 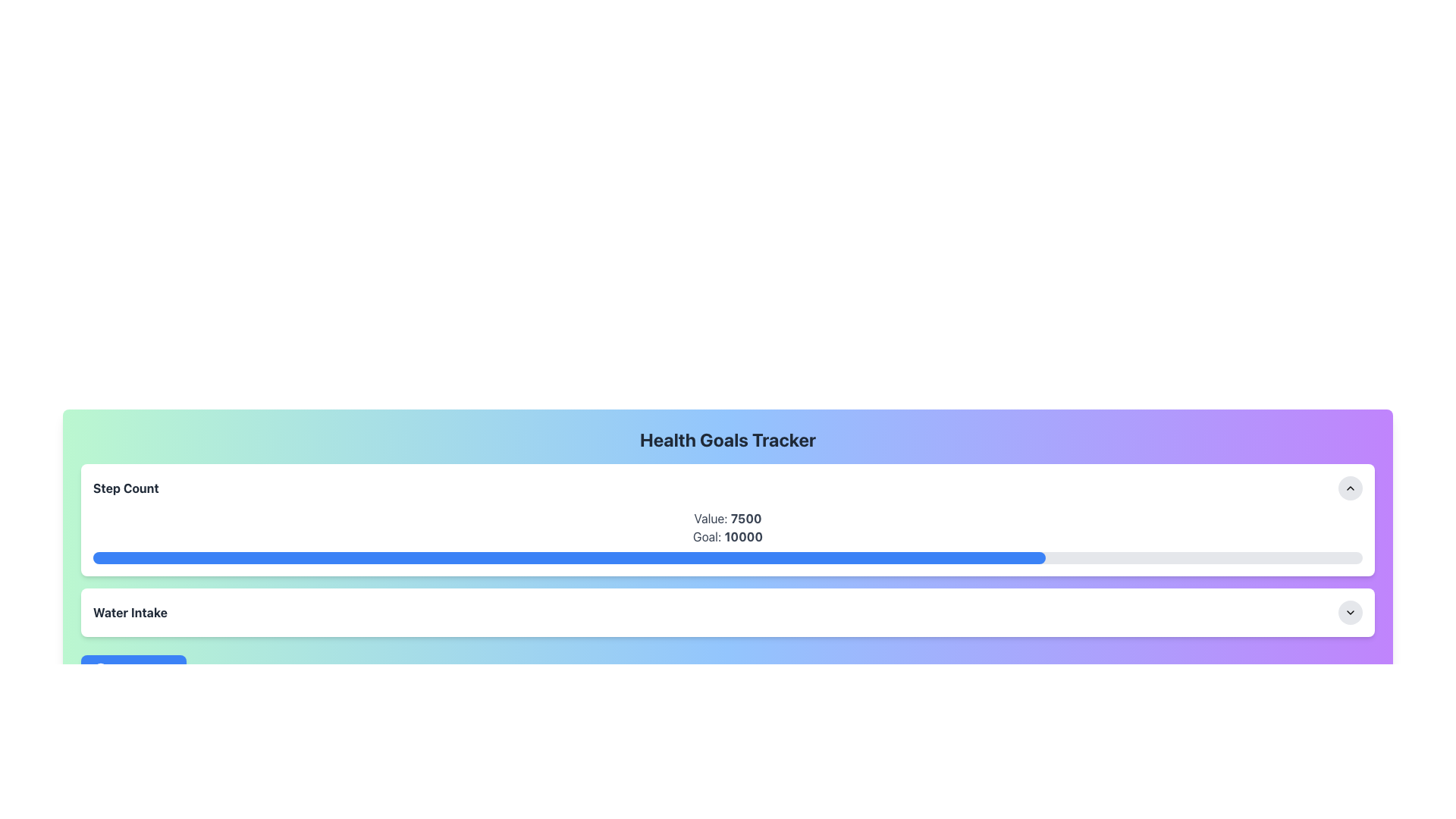 What do you see at coordinates (1350, 611) in the screenshot?
I see `the chevron icon located in the circular gray button at the far-right end of the 'Water Intake' card` at bounding box center [1350, 611].